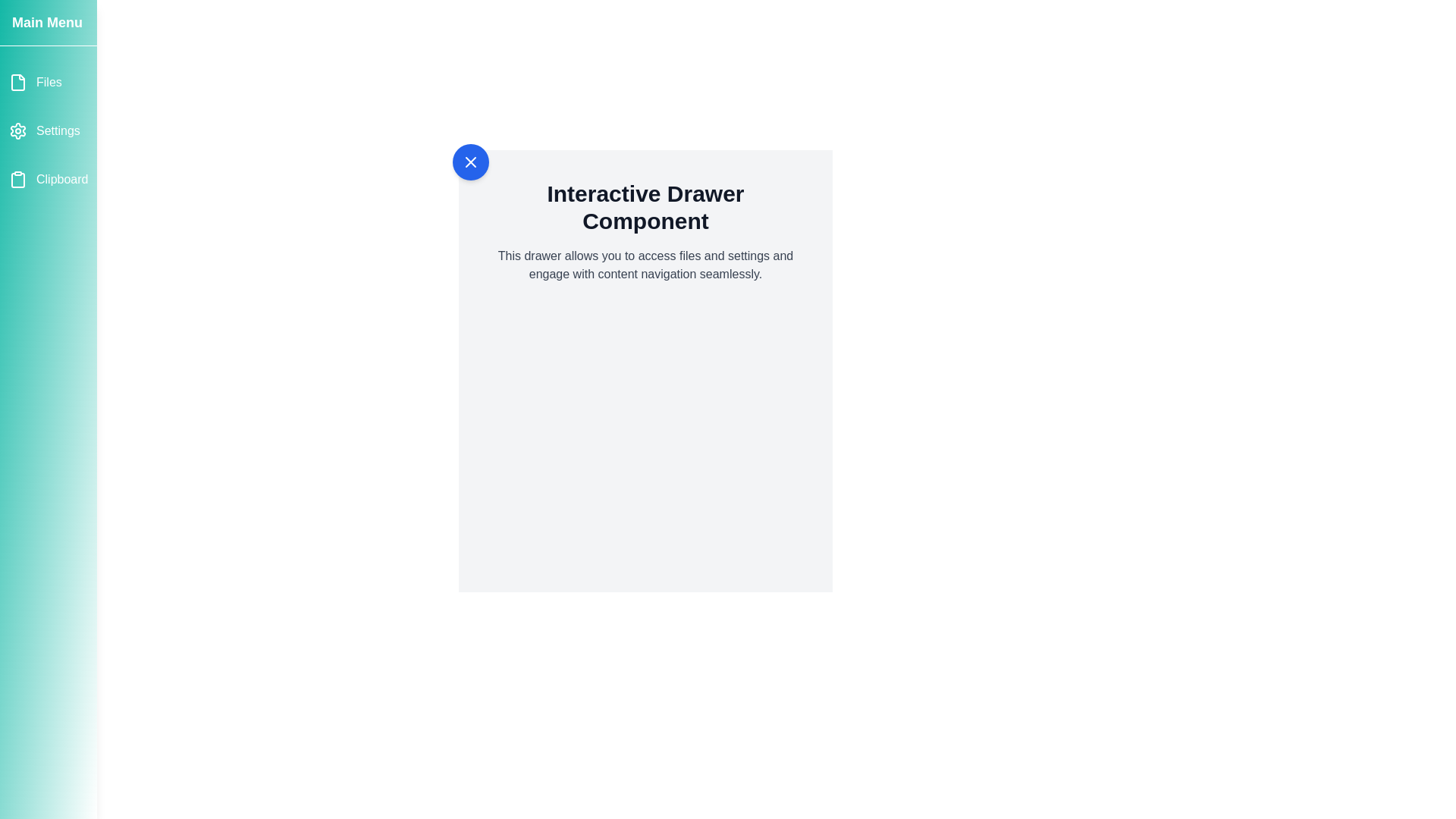  I want to click on the menu item Clipboard to observe the hover effect, so click(48, 178).